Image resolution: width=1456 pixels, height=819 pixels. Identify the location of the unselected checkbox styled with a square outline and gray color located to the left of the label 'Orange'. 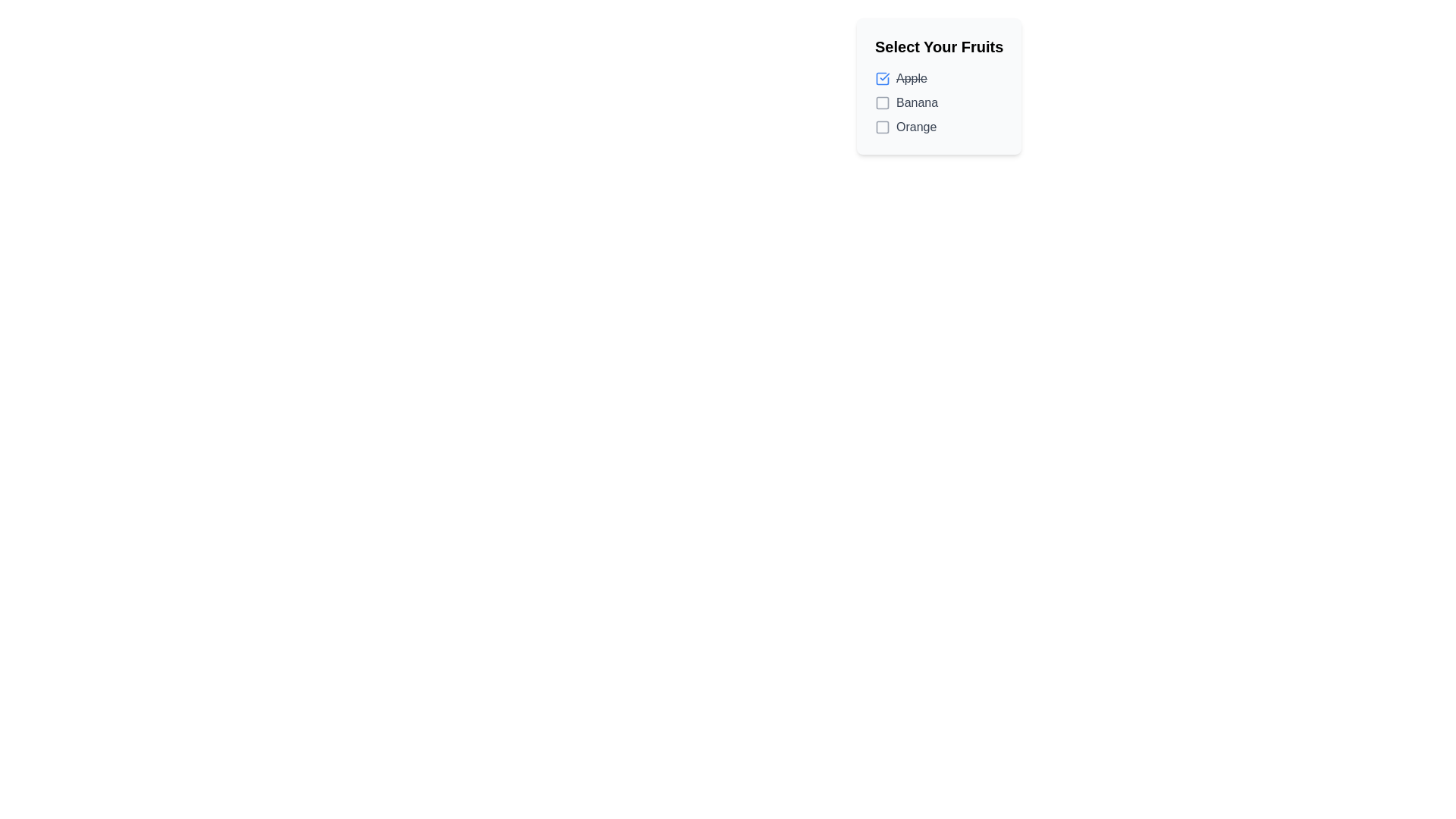
(882, 127).